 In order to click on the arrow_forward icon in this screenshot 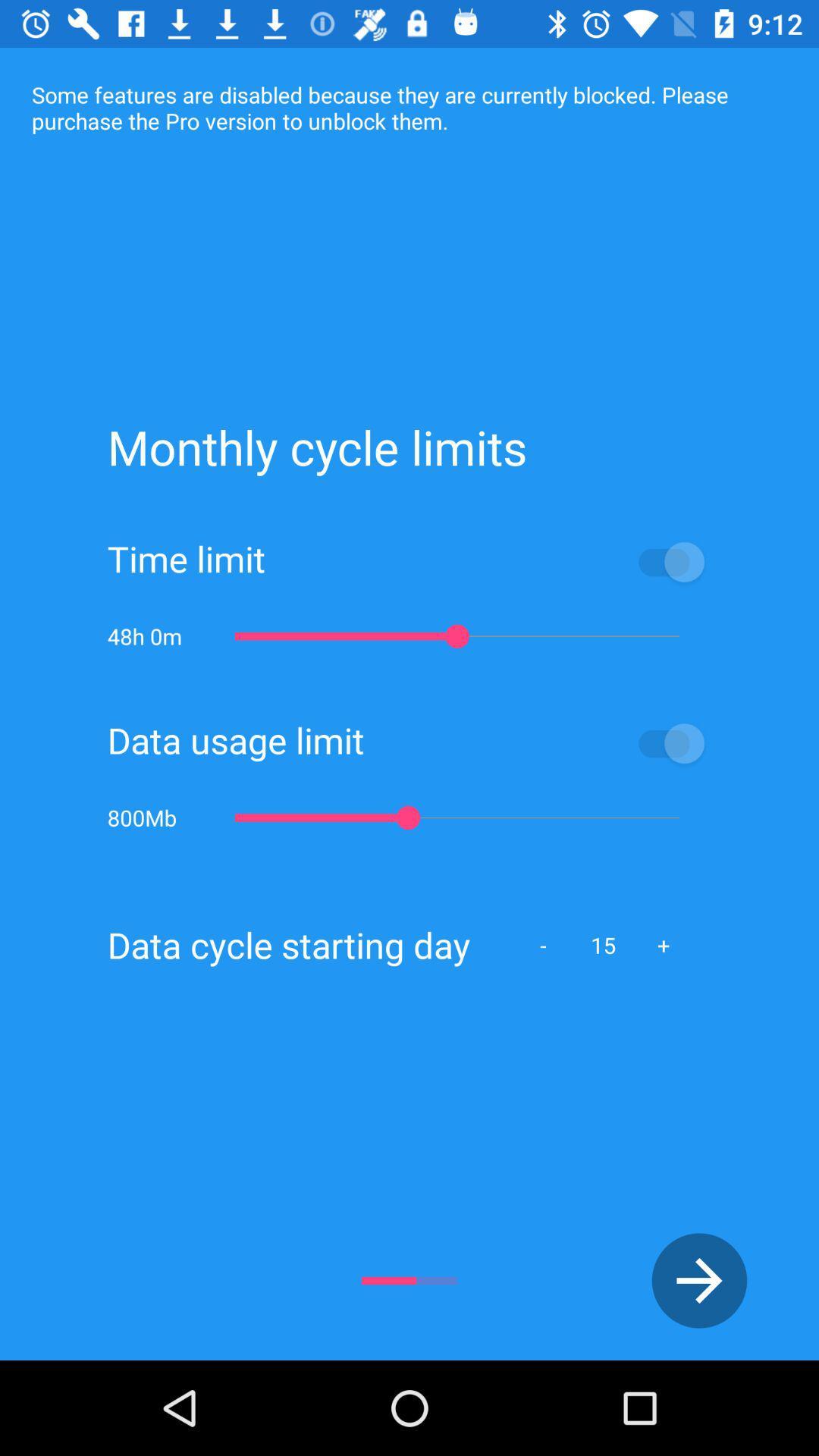, I will do `click(699, 1280)`.